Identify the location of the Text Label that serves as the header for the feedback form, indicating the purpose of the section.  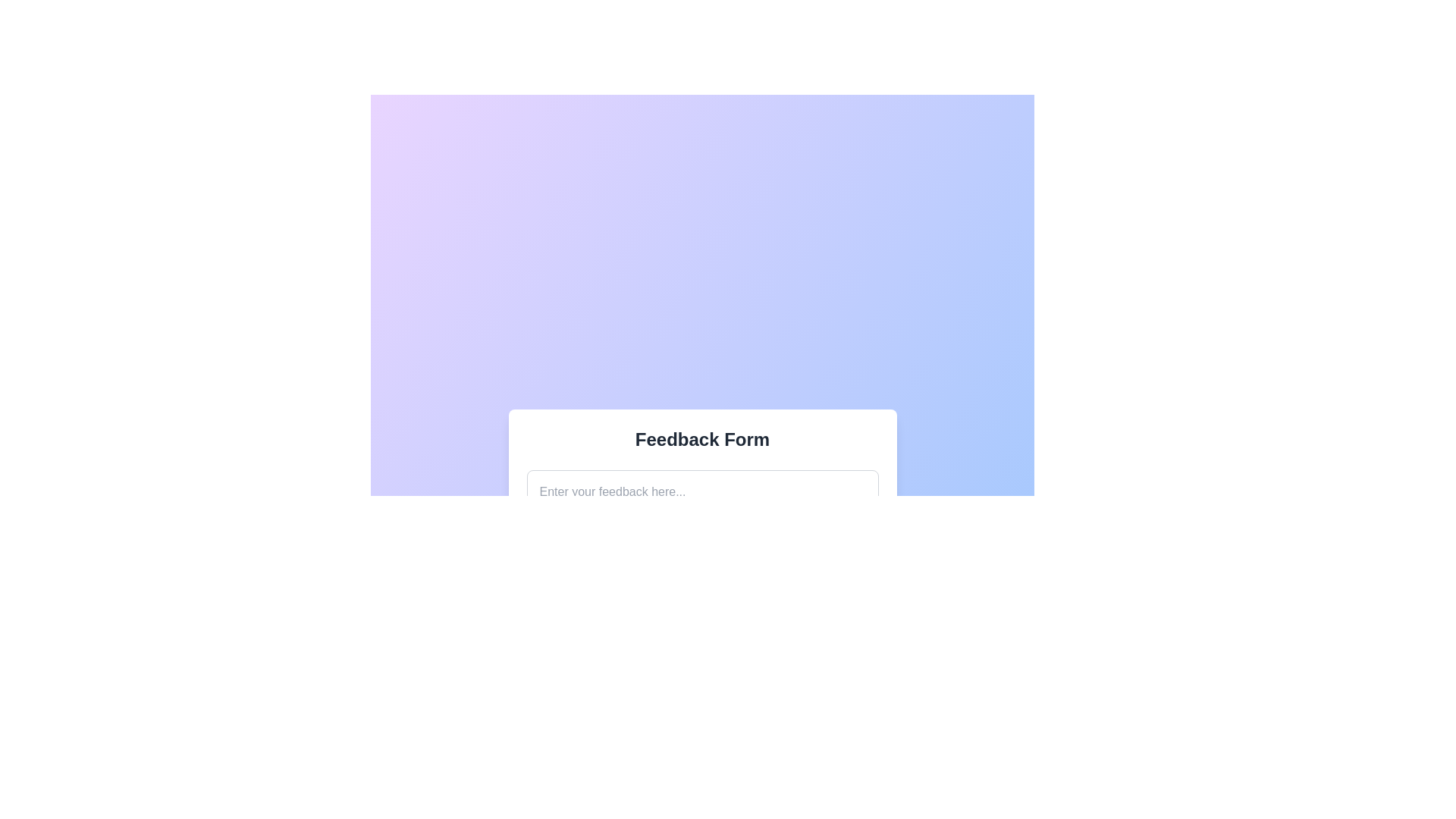
(701, 440).